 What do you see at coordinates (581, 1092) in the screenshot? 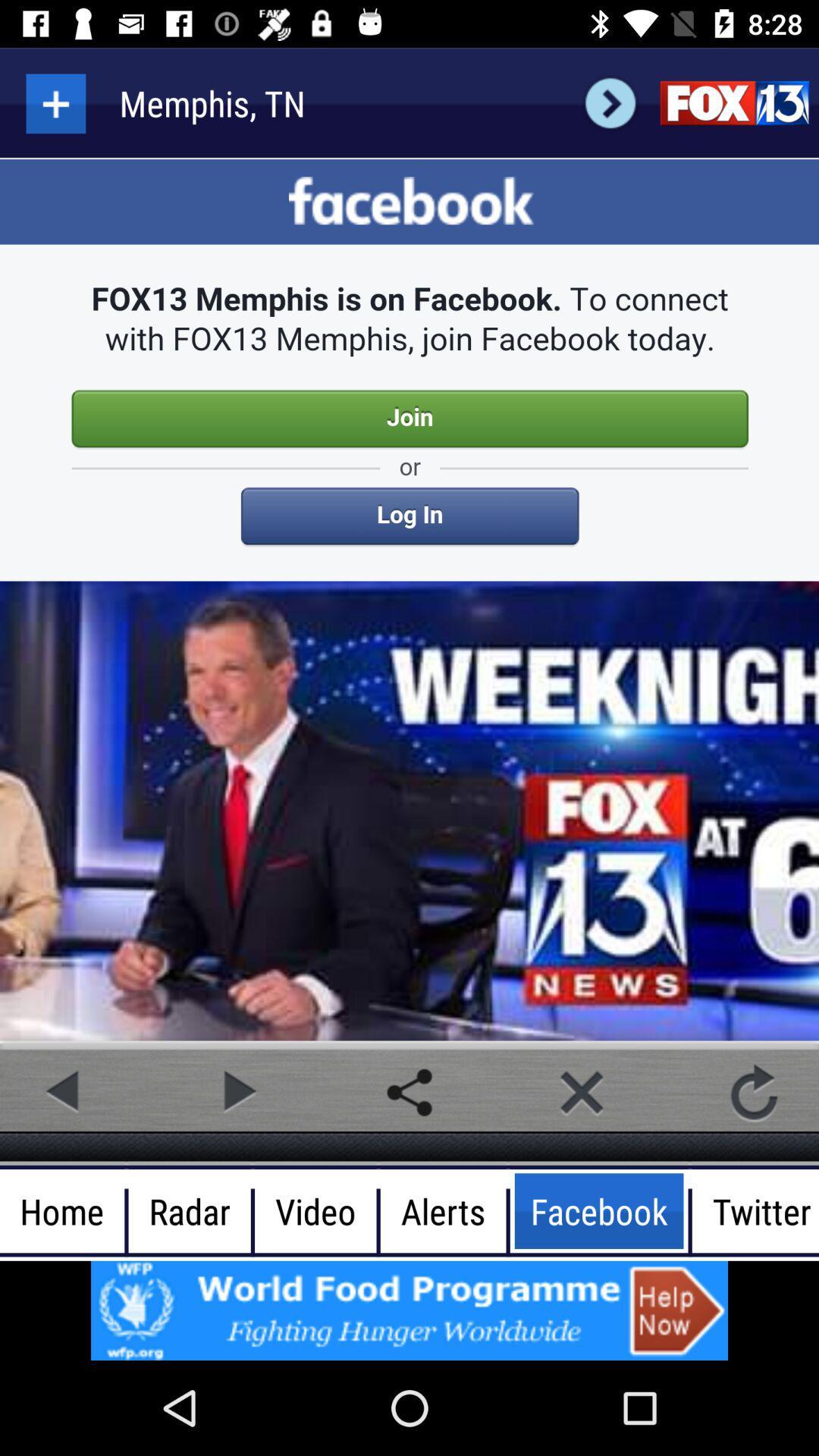
I see `the close icon` at bounding box center [581, 1092].